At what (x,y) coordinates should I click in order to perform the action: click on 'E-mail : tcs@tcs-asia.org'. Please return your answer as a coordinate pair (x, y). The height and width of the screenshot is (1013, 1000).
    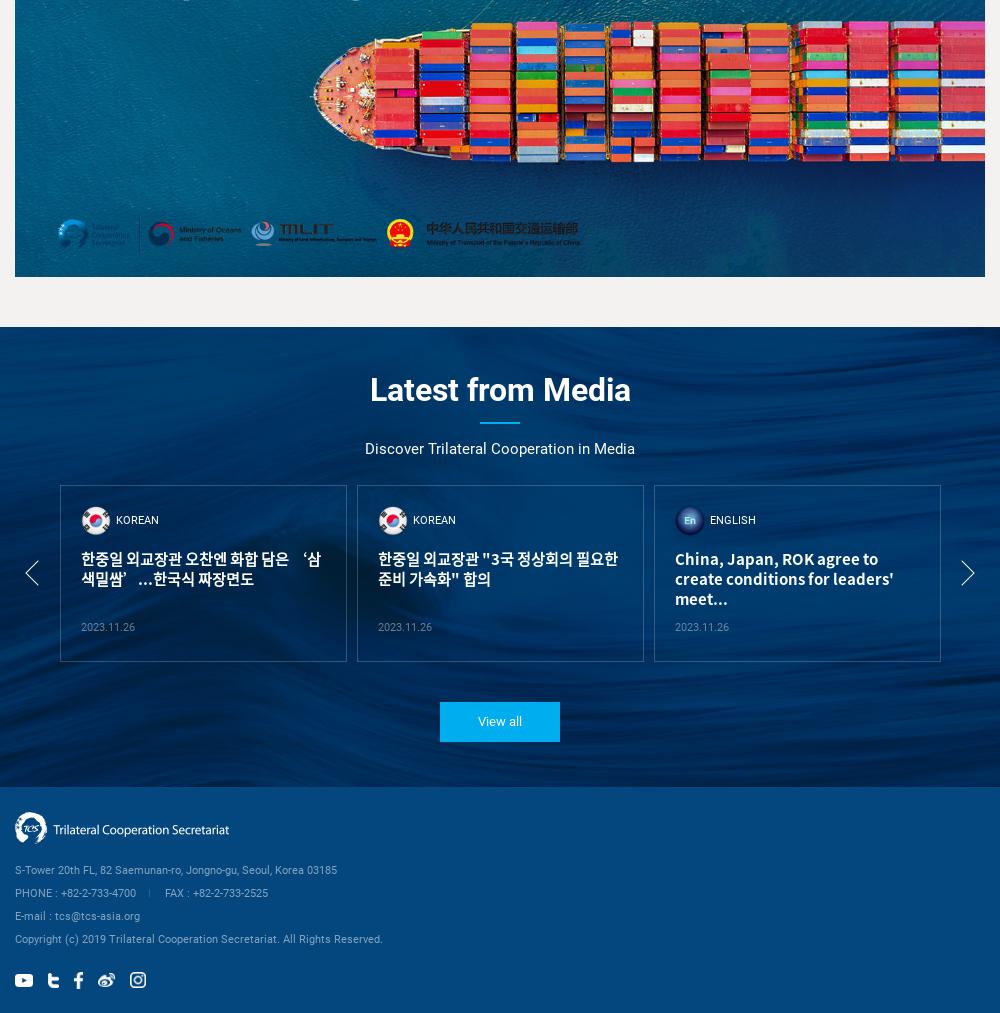
    Looking at the image, I should click on (15, 915).